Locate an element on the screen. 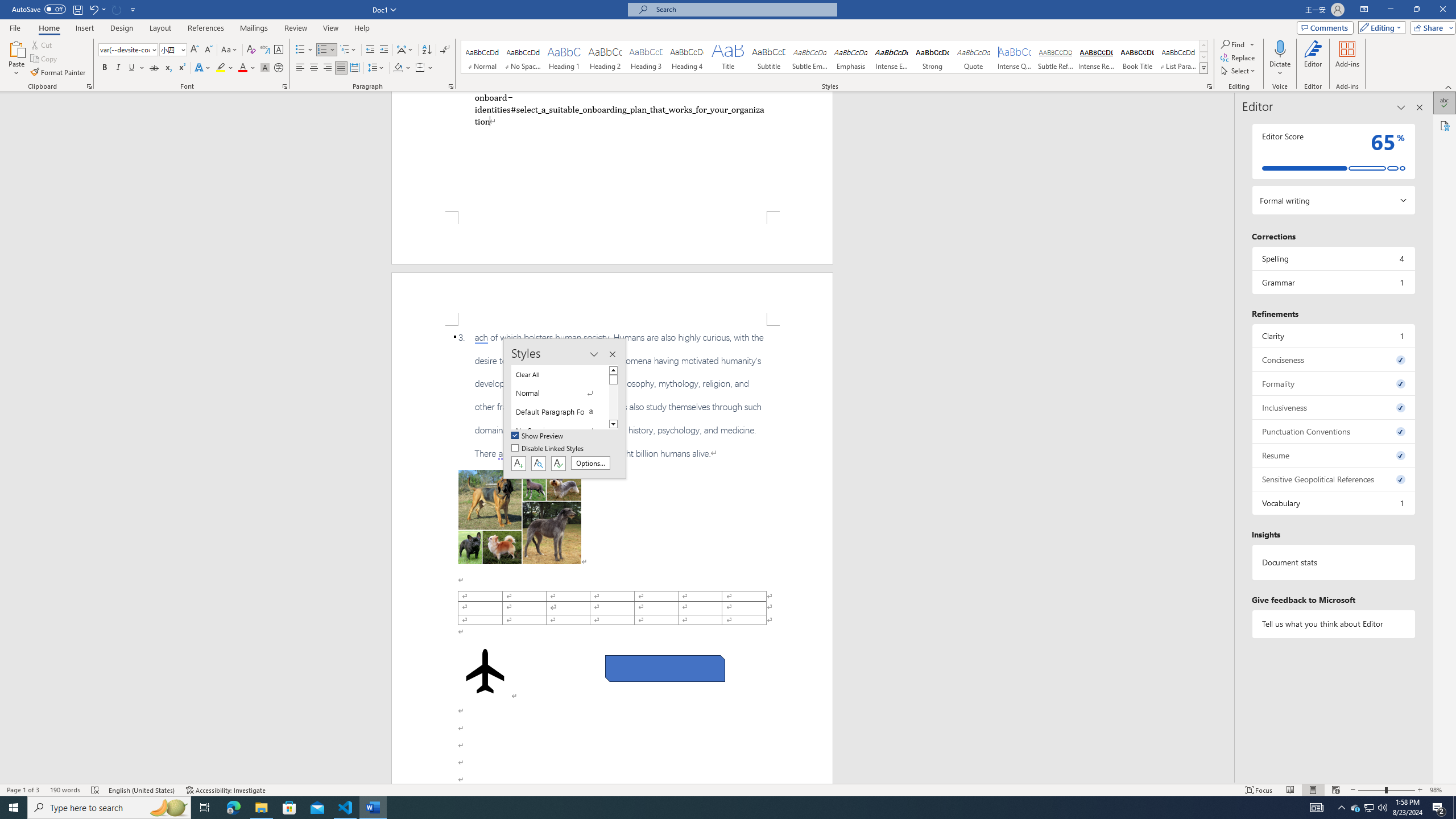  'Superscript' is located at coordinates (180, 67).